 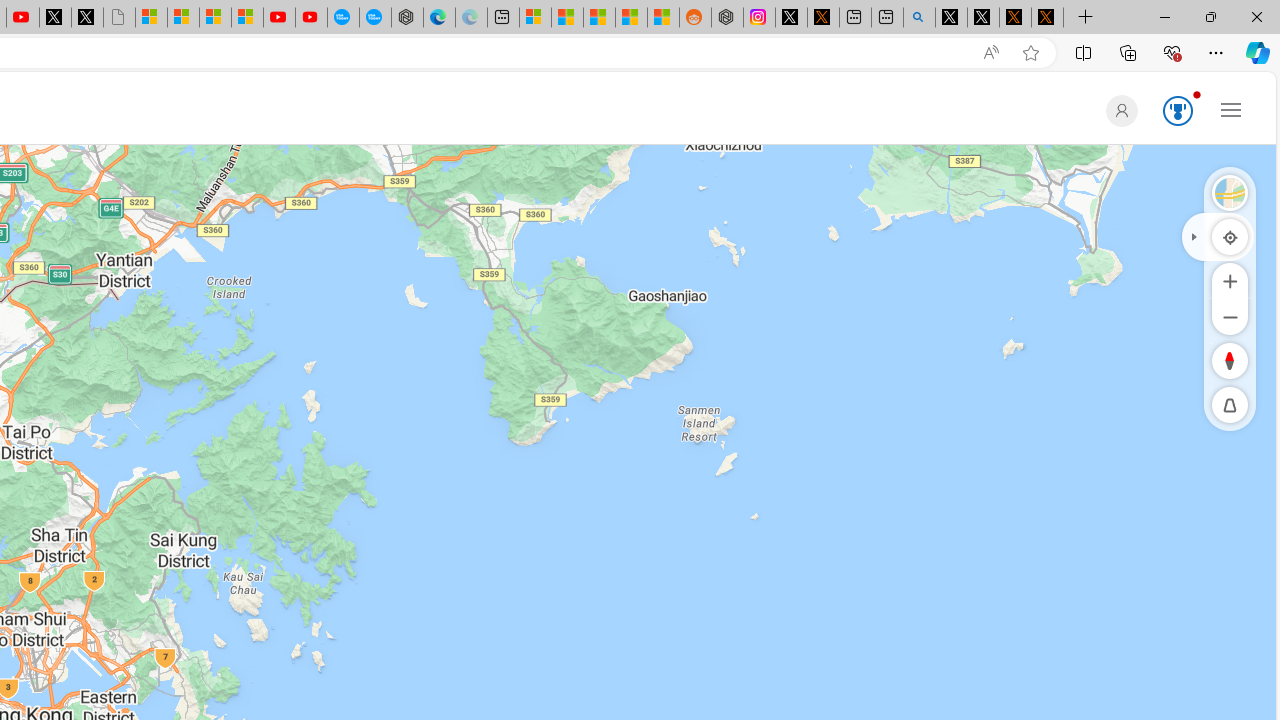 What do you see at coordinates (1229, 192) in the screenshot?
I see `'Satellite'` at bounding box center [1229, 192].